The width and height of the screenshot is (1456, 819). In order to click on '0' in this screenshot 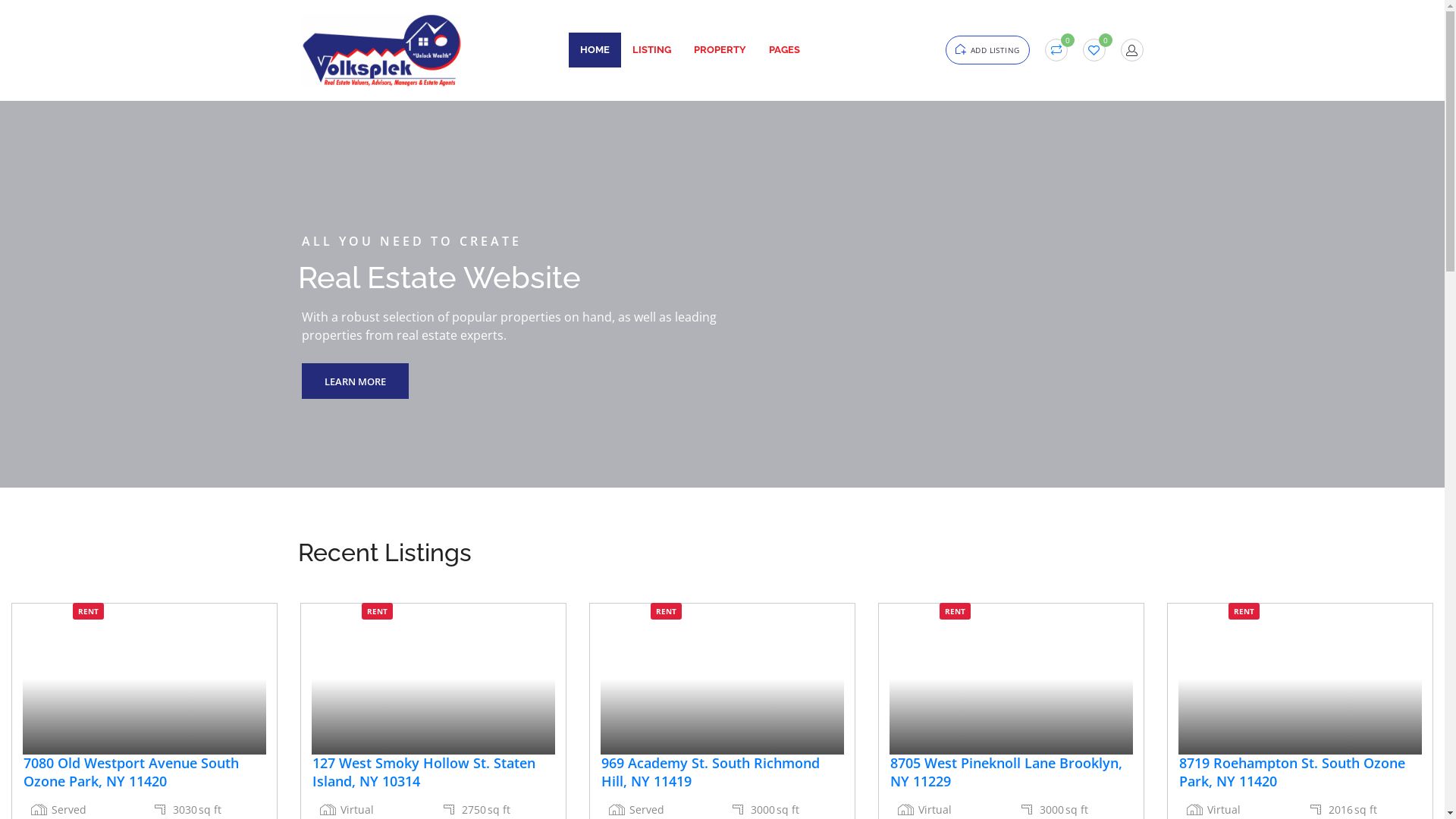, I will do `click(1094, 49)`.